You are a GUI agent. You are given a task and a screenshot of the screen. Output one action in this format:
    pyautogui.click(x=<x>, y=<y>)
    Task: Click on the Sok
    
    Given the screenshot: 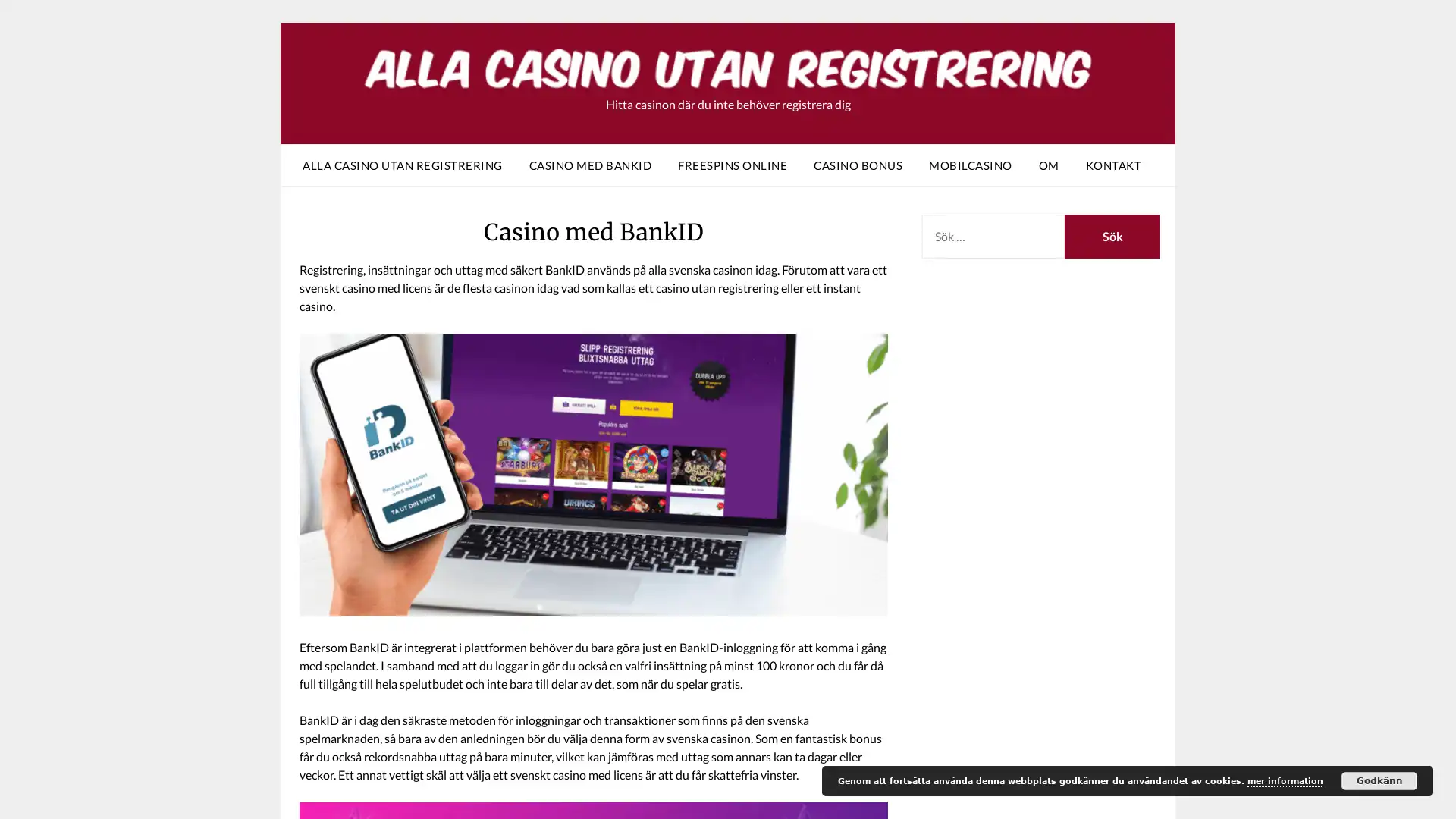 What is the action you would take?
    pyautogui.click(x=1112, y=237)
    